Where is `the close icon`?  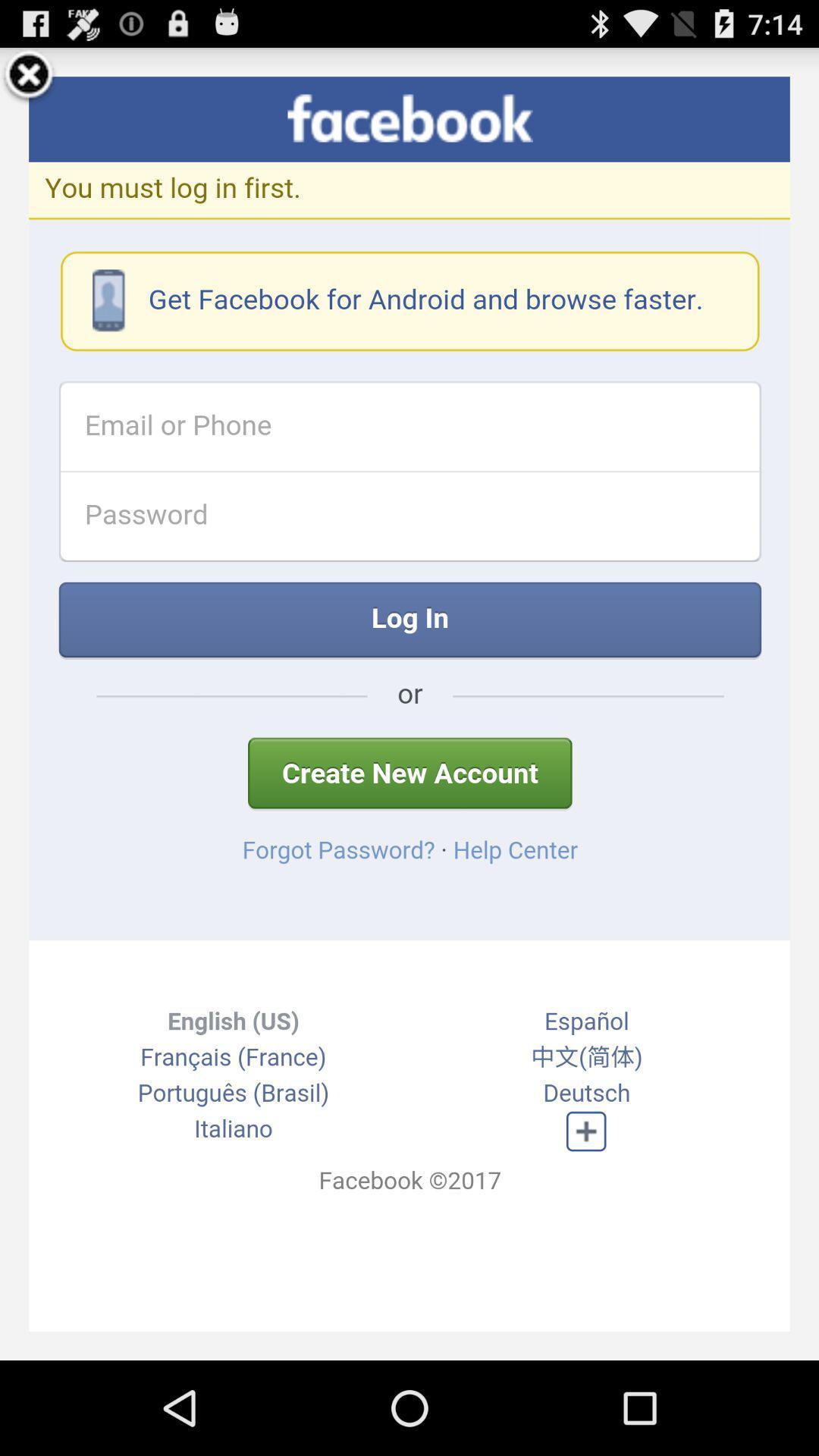
the close icon is located at coordinates (29, 81).